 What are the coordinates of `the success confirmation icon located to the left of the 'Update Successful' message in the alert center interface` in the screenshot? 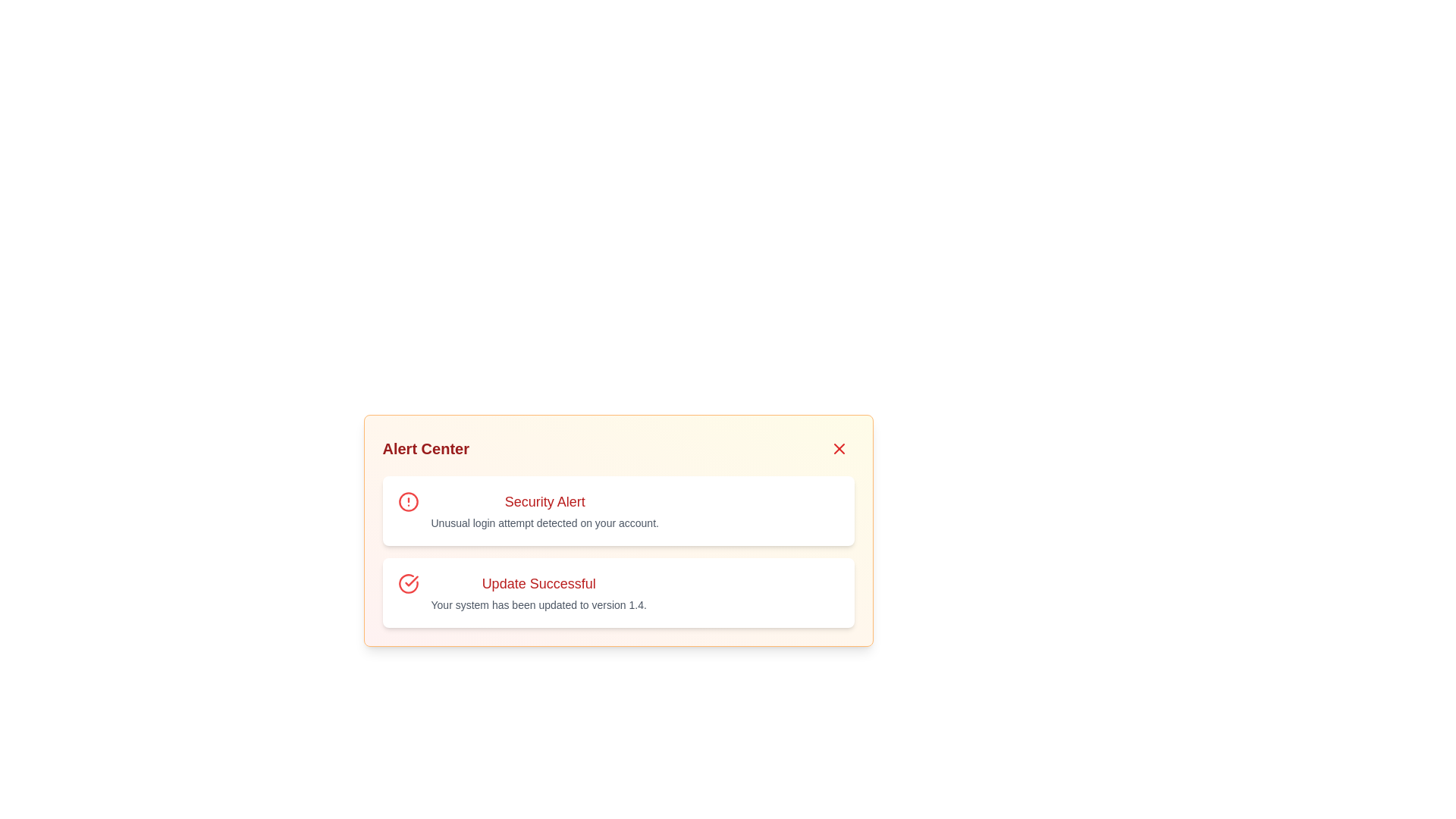 It's located at (408, 583).